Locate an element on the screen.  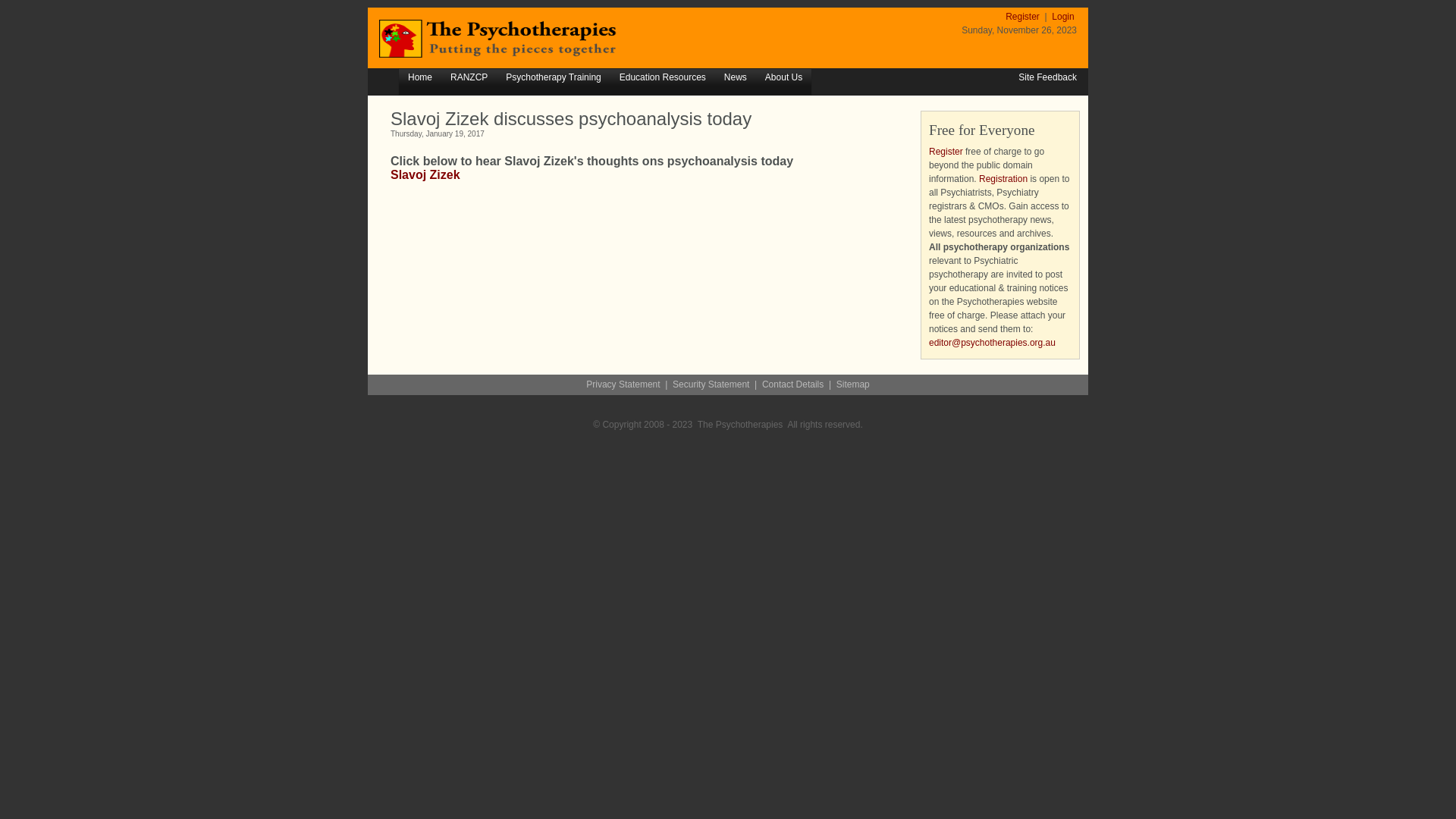
'Slavoj Zizek' is located at coordinates (425, 174).